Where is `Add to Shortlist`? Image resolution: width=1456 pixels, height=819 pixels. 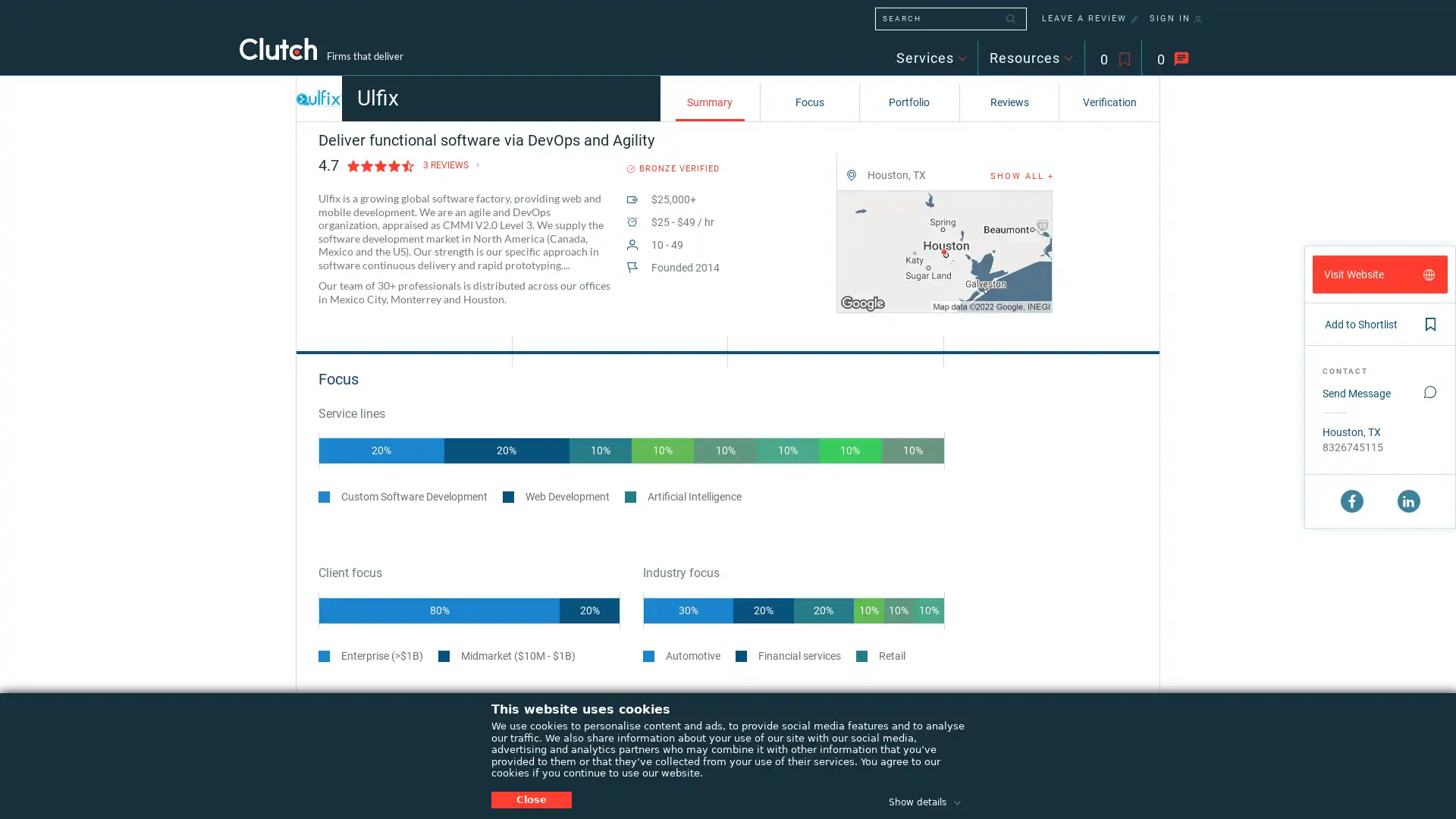 Add to Shortlist is located at coordinates (1379, 323).